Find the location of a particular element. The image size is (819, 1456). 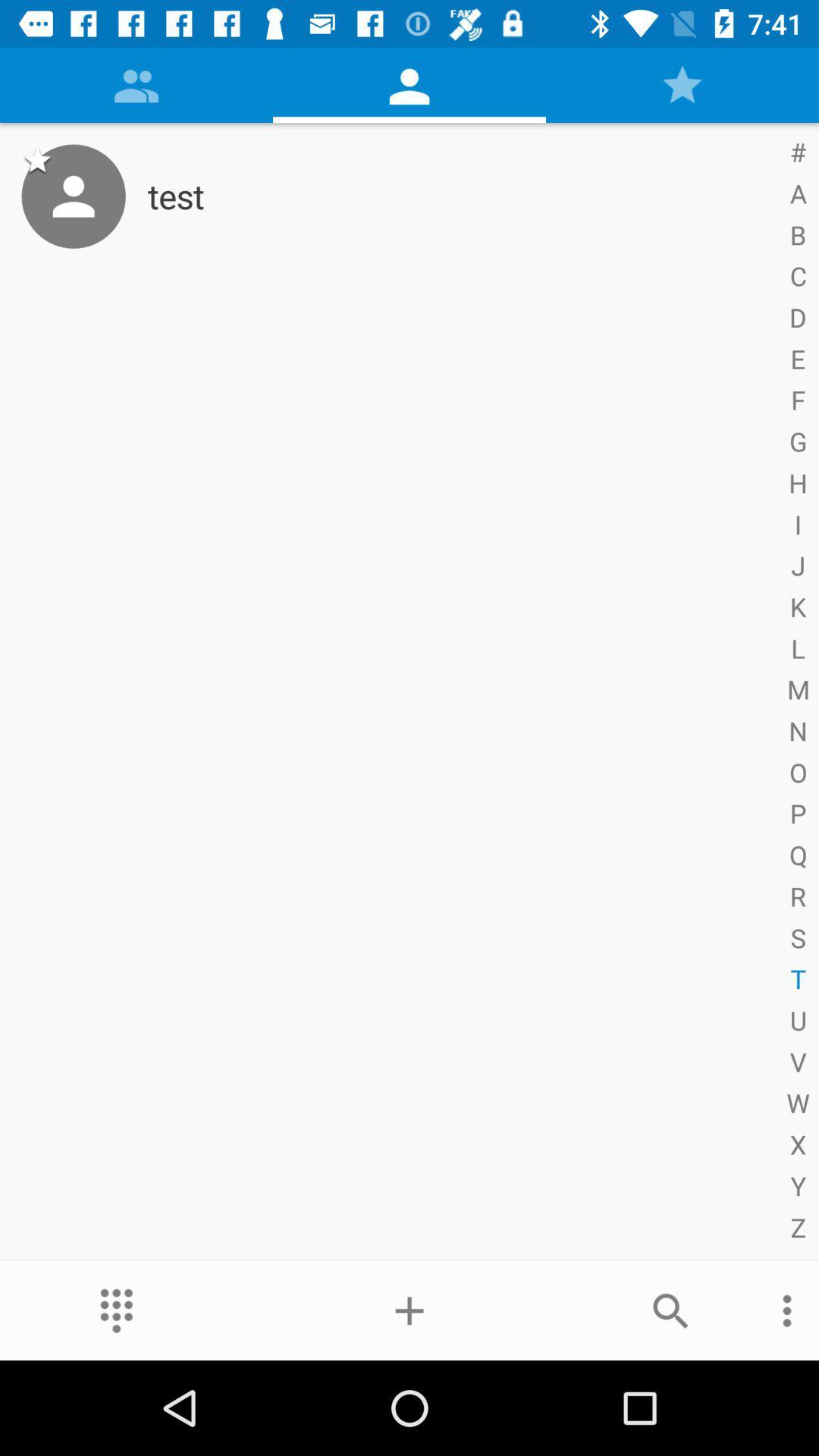

the add icon is located at coordinates (409, 1310).